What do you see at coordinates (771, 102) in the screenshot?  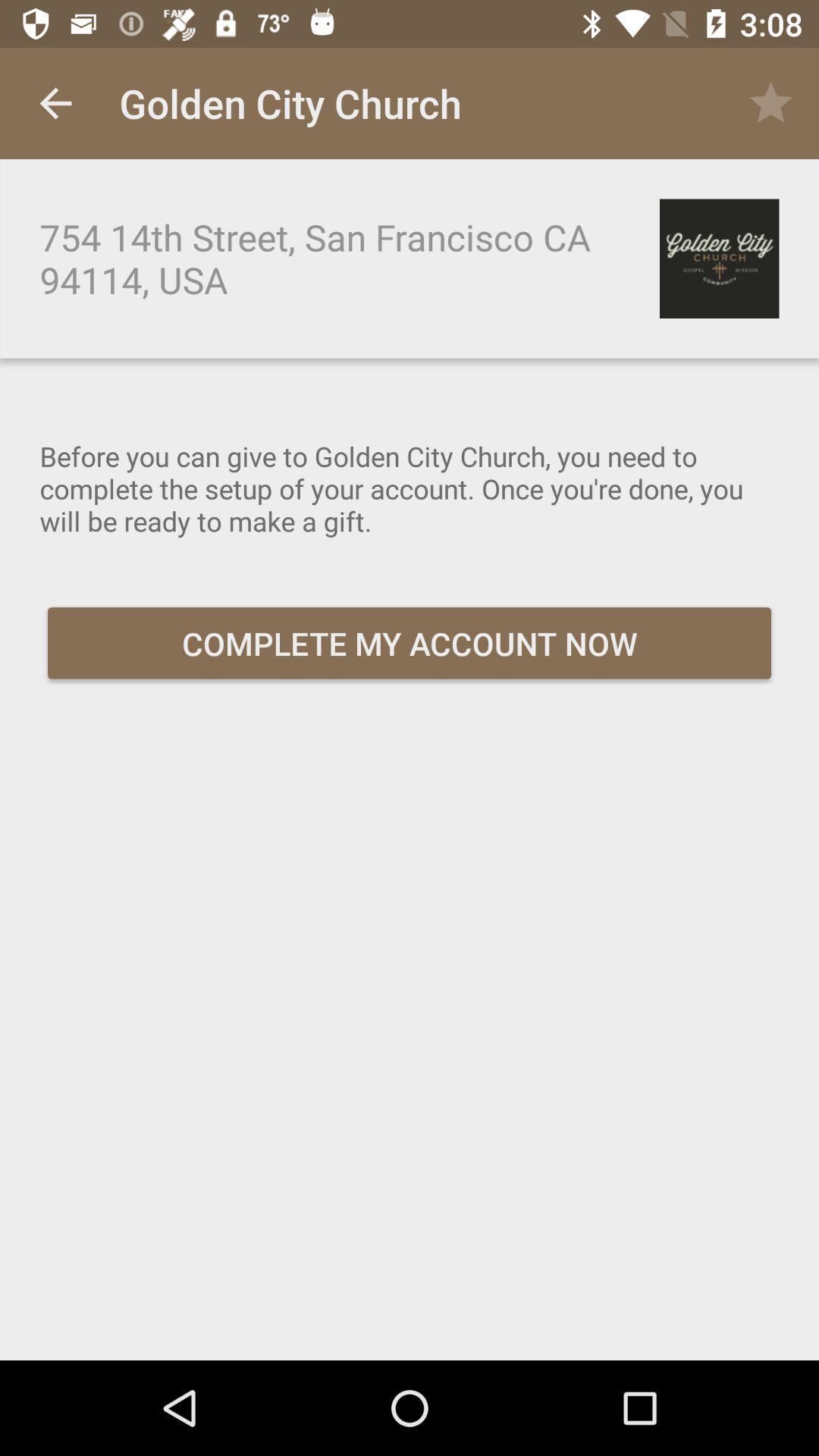 I see `icon next to golden city church icon` at bounding box center [771, 102].